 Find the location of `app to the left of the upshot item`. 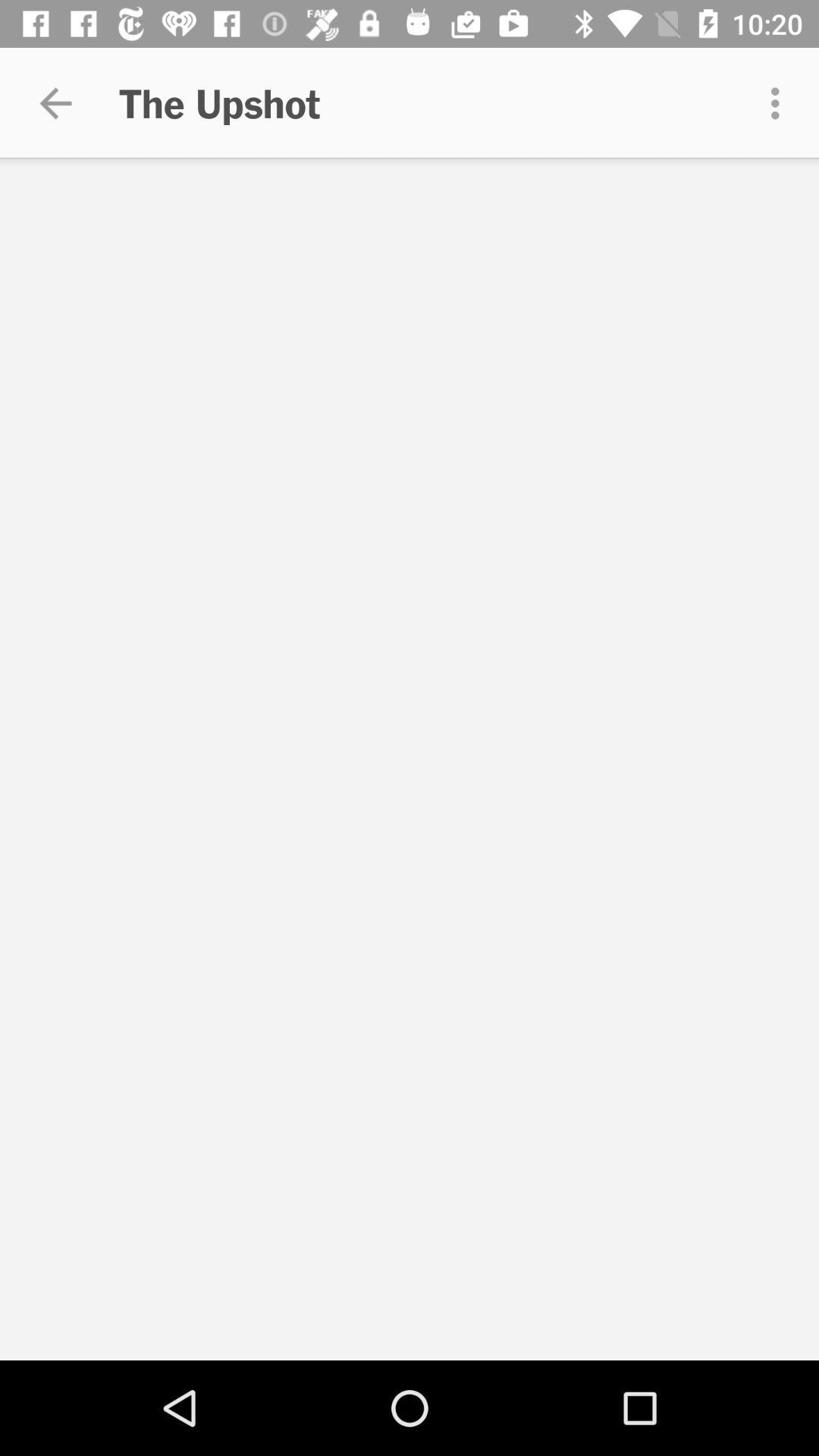

app to the left of the upshot item is located at coordinates (55, 102).